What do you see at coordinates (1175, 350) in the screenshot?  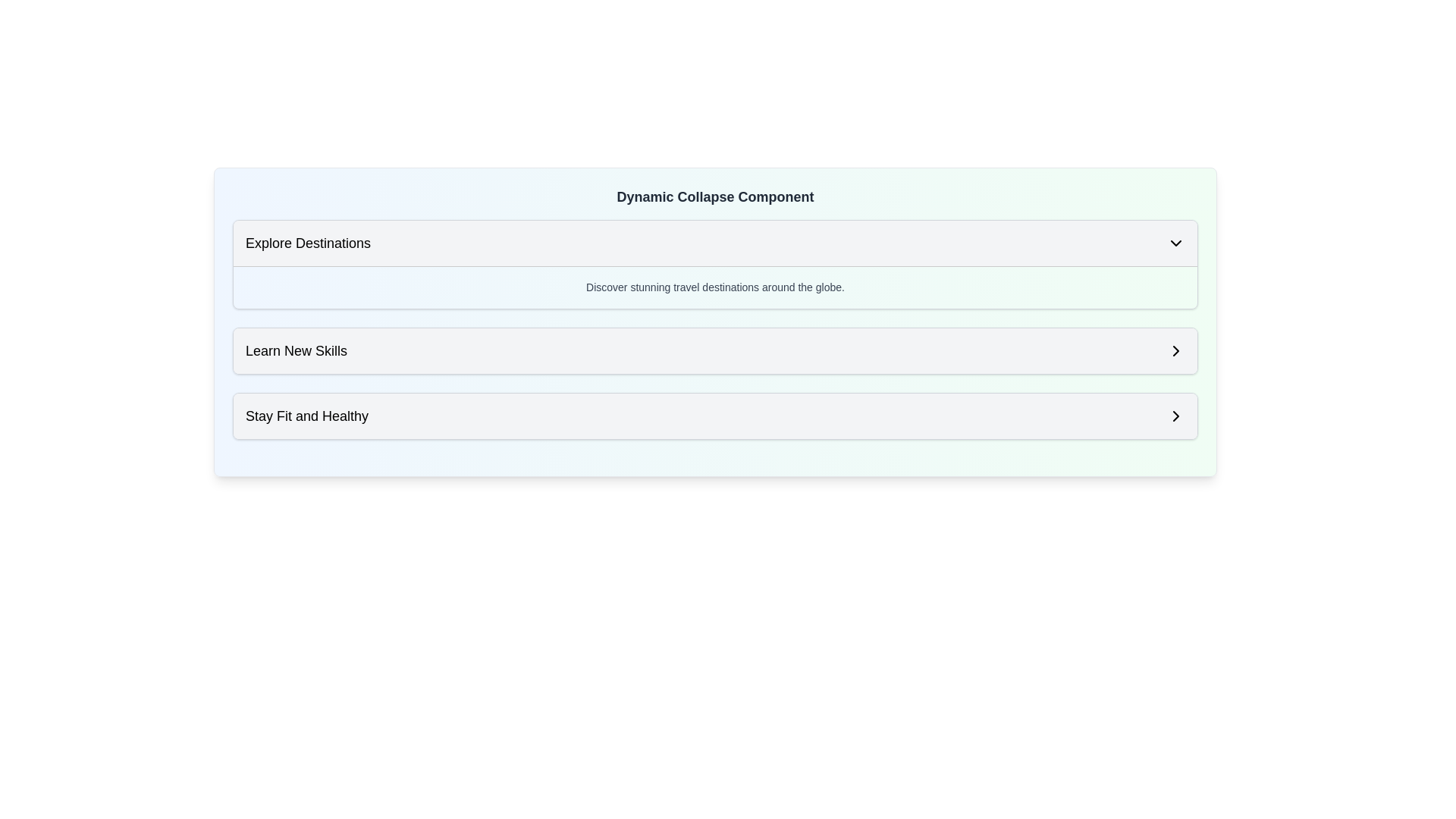 I see `the chevron icon located to the far right of the 'Learn New Skills' entry` at bounding box center [1175, 350].